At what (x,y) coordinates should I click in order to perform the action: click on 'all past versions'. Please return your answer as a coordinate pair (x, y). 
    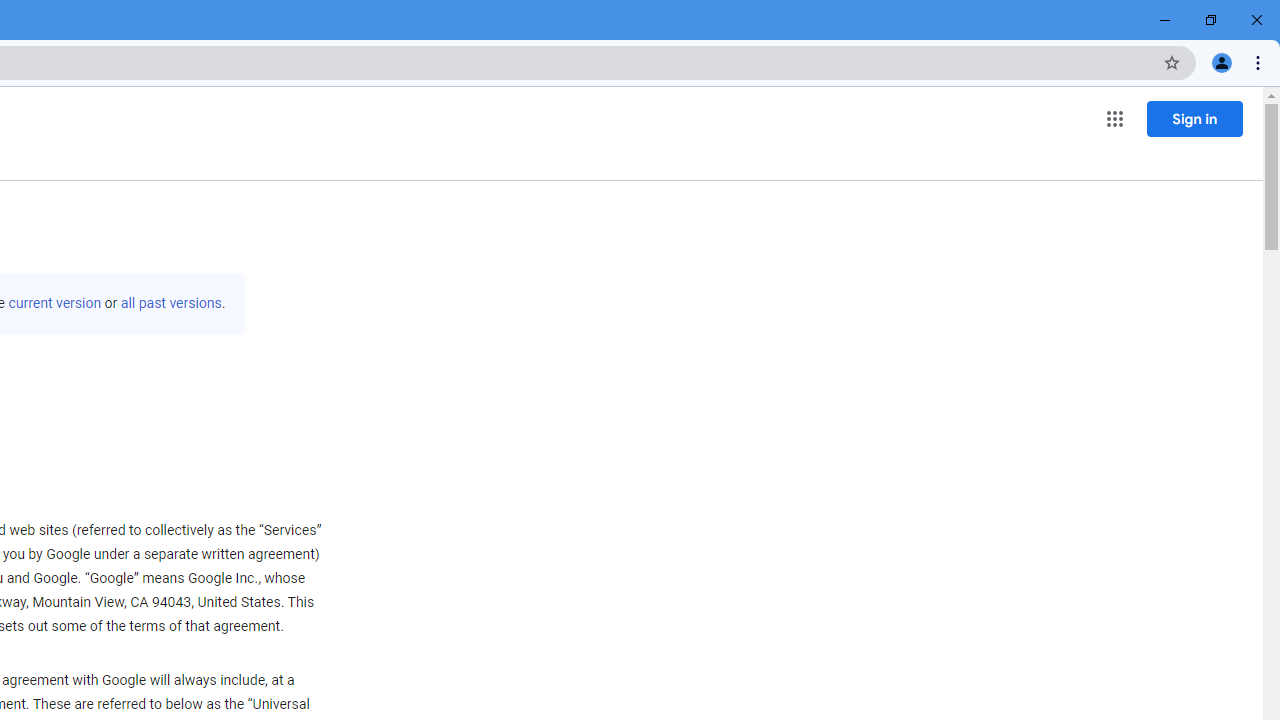
    Looking at the image, I should click on (170, 303).